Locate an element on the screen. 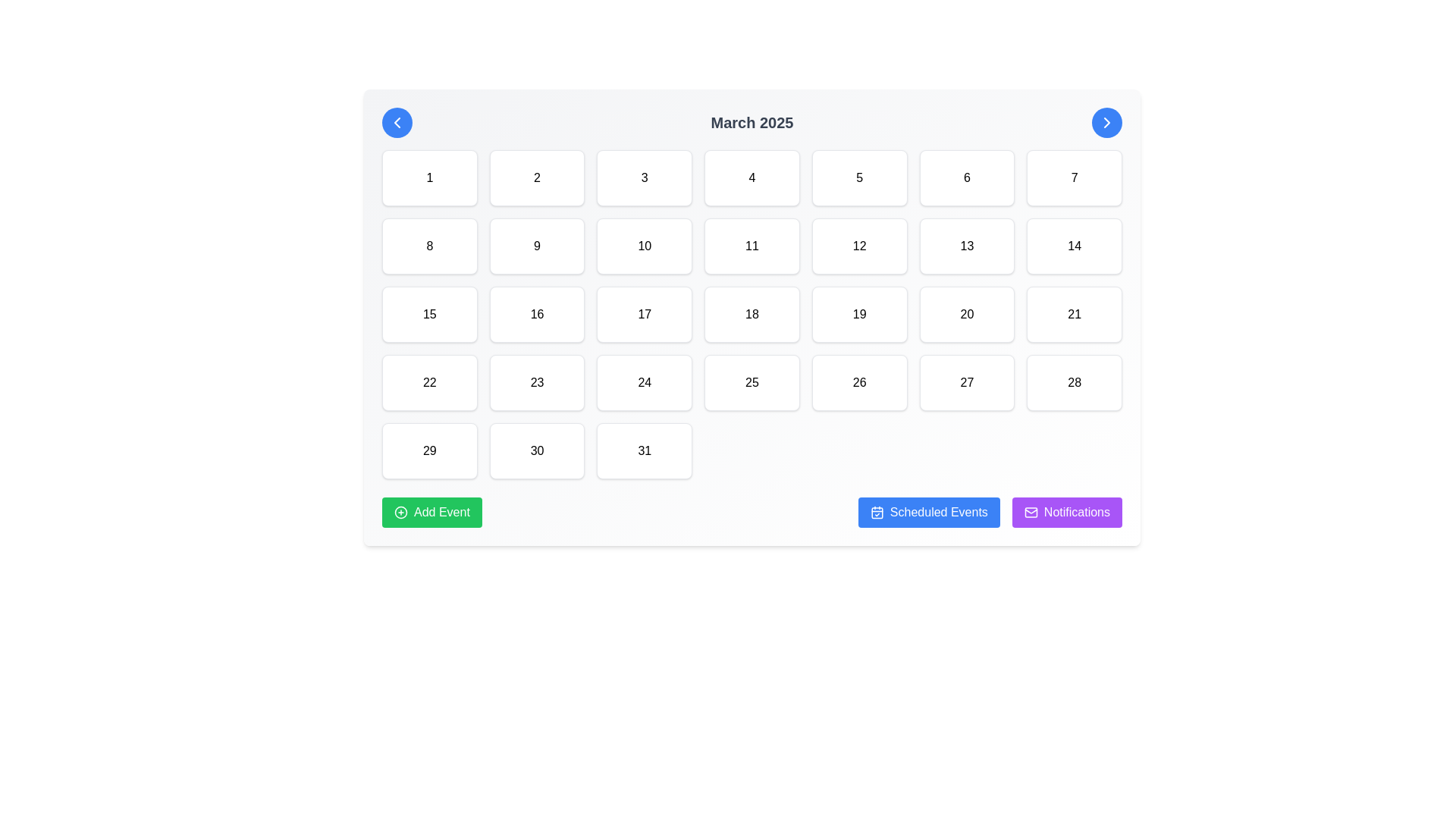 The height and width of the screenshot is (819, 1456). the calendar date cell representing the 10th of the month is located at coordinates (645, 245).